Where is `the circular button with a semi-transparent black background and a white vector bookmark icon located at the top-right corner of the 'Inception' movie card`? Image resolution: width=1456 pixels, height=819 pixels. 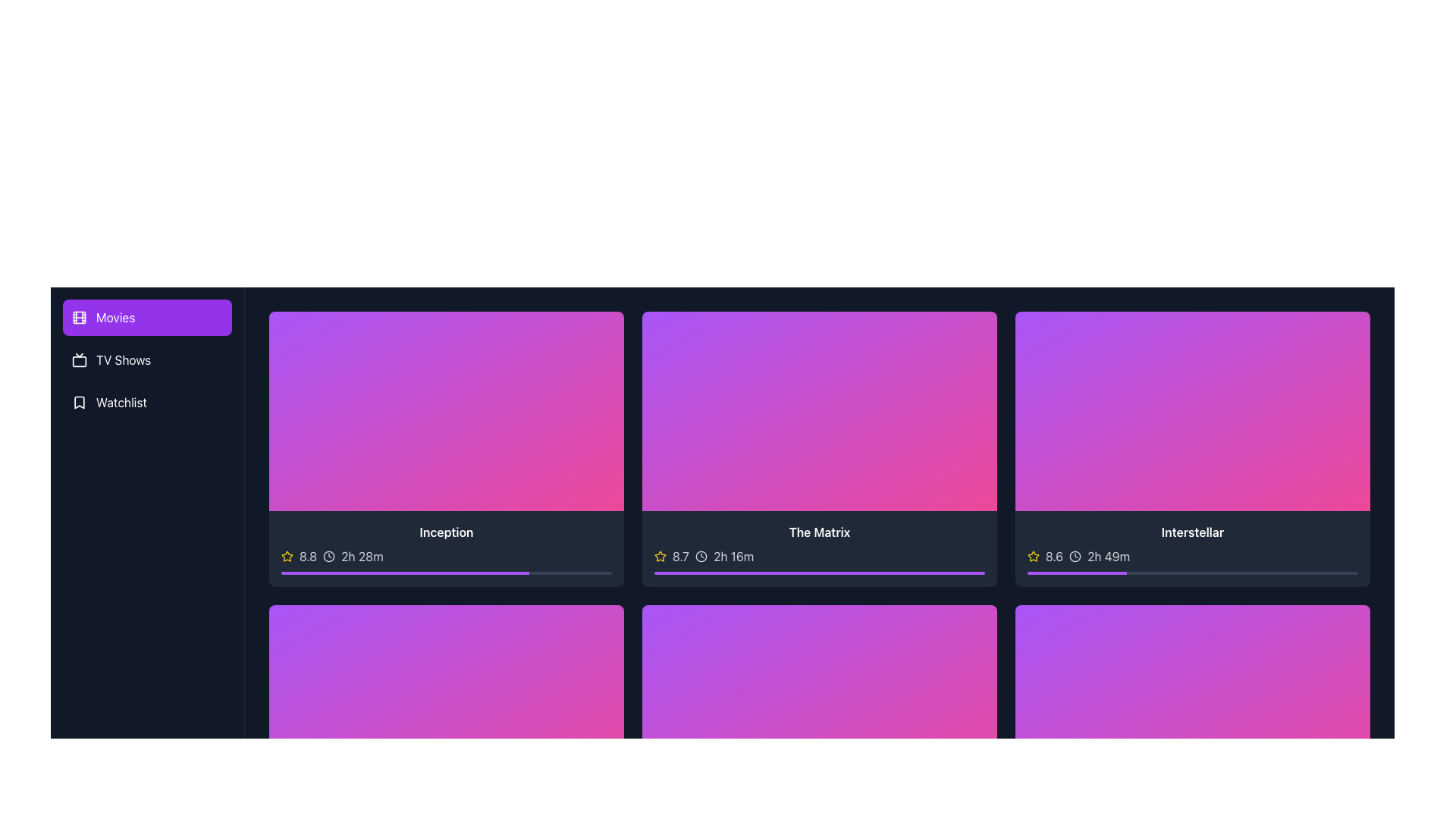 the circular button with a semi-transparent black background and a white vector bookmark icon located at the top-right corner of the 'Inception' movie card is located at coordinates (604, 329).